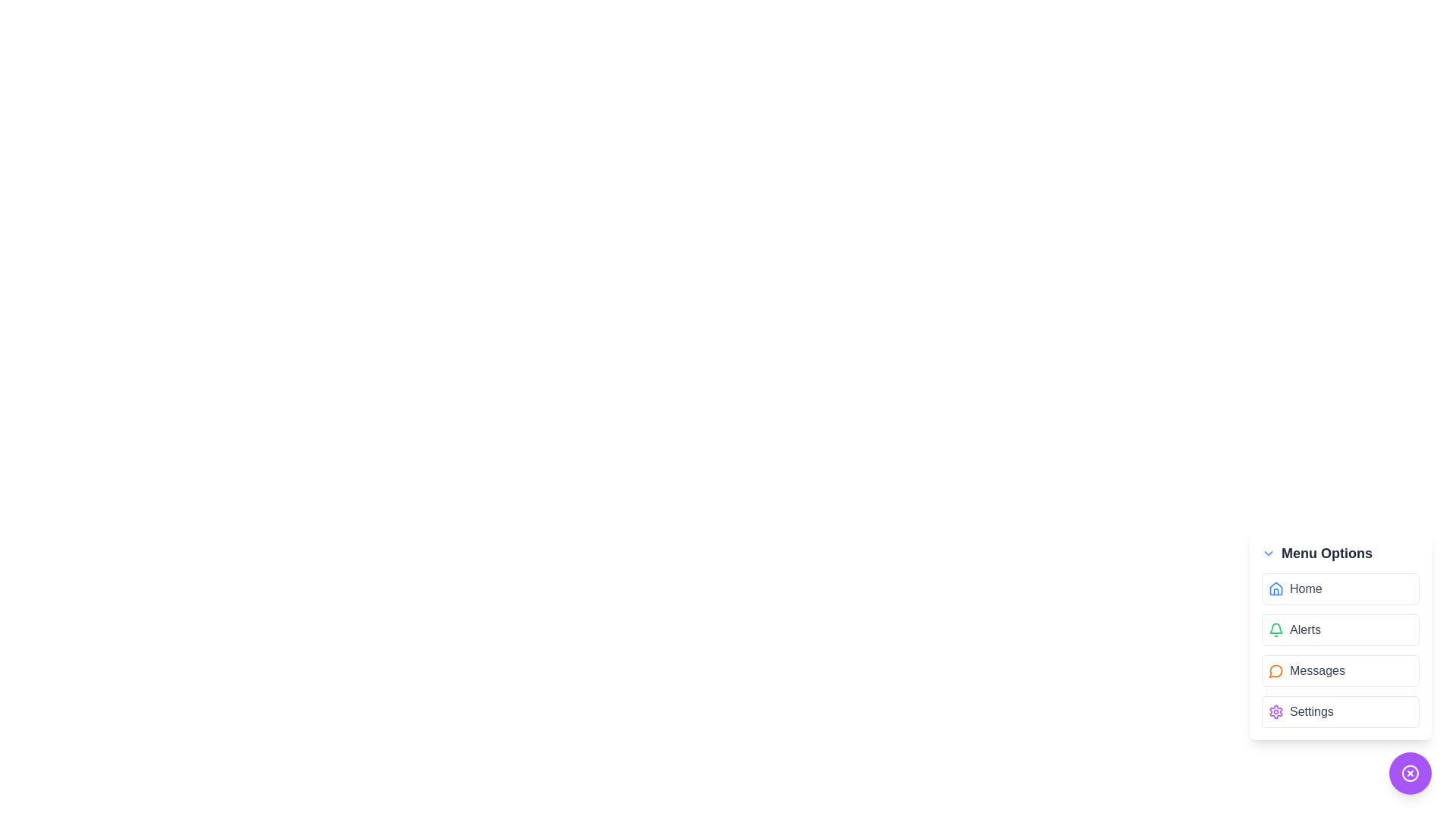 Image resolution: width=1456 pixels, height=819 pixels. I want to click on the title text of the dropdown menu, so click(1340, 553).